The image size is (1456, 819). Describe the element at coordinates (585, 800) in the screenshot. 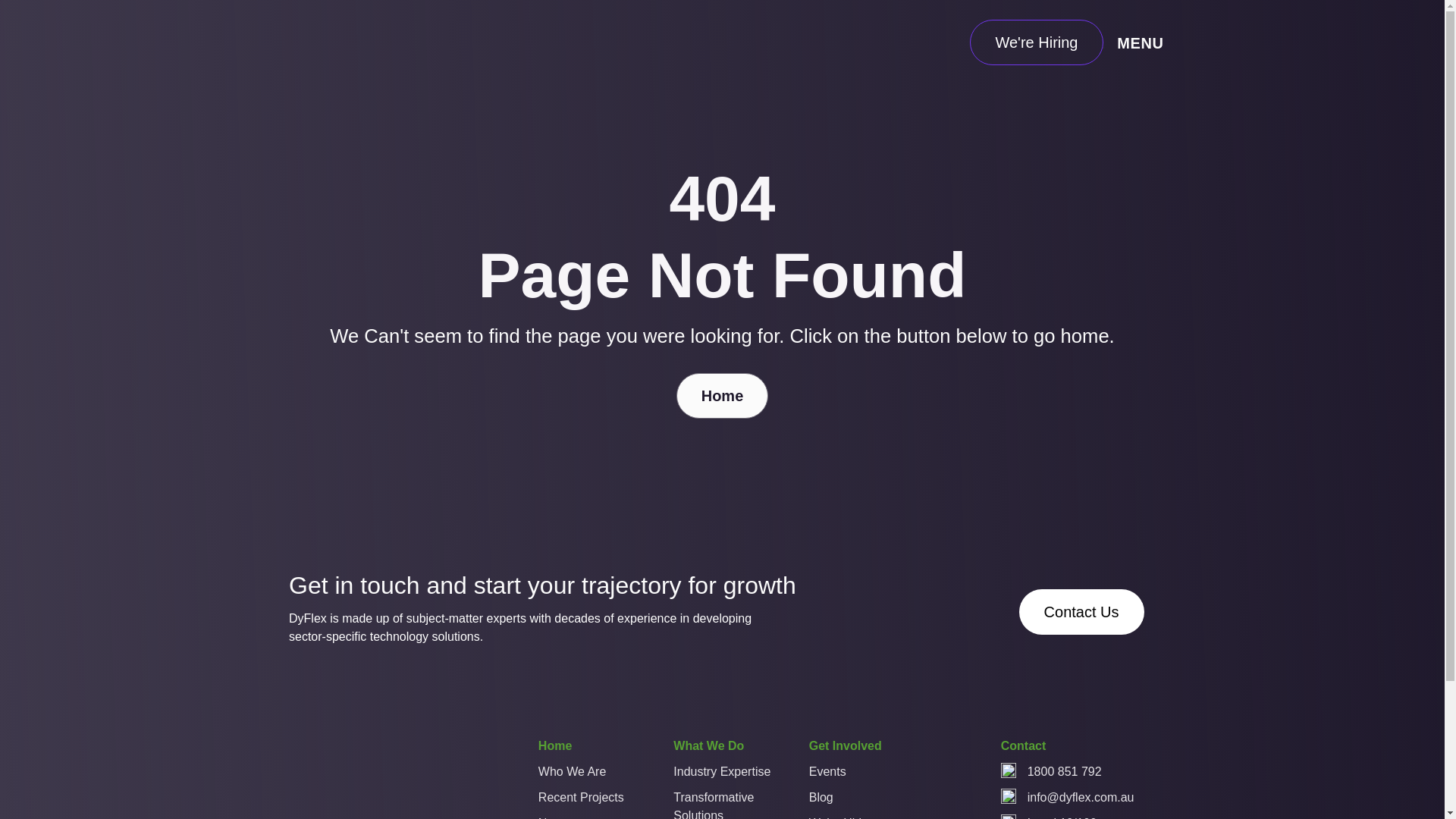

I see `'Recent Projects'` at that location.